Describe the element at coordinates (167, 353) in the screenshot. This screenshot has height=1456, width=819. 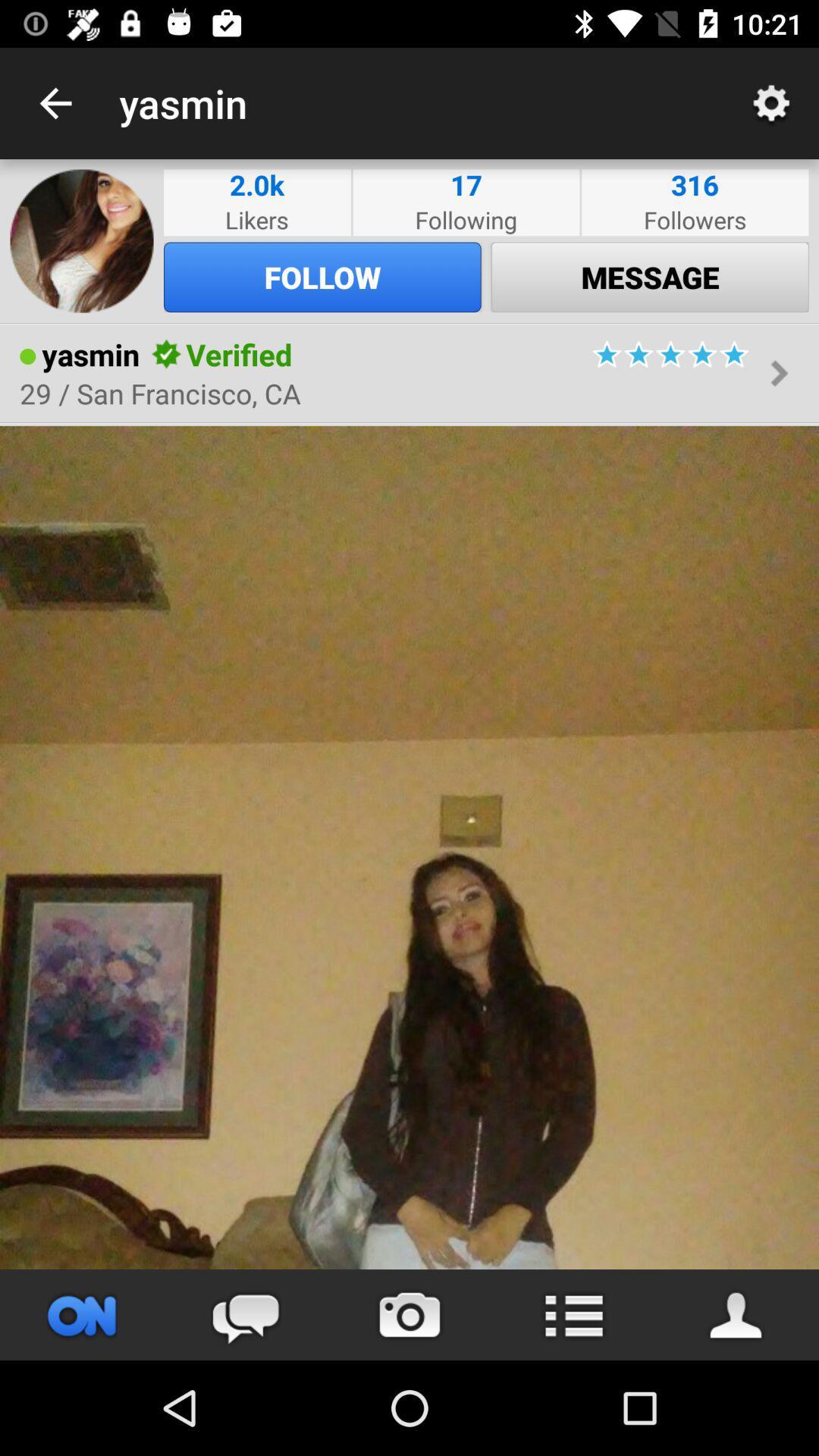
I see `the item next to the verified item` at that location.